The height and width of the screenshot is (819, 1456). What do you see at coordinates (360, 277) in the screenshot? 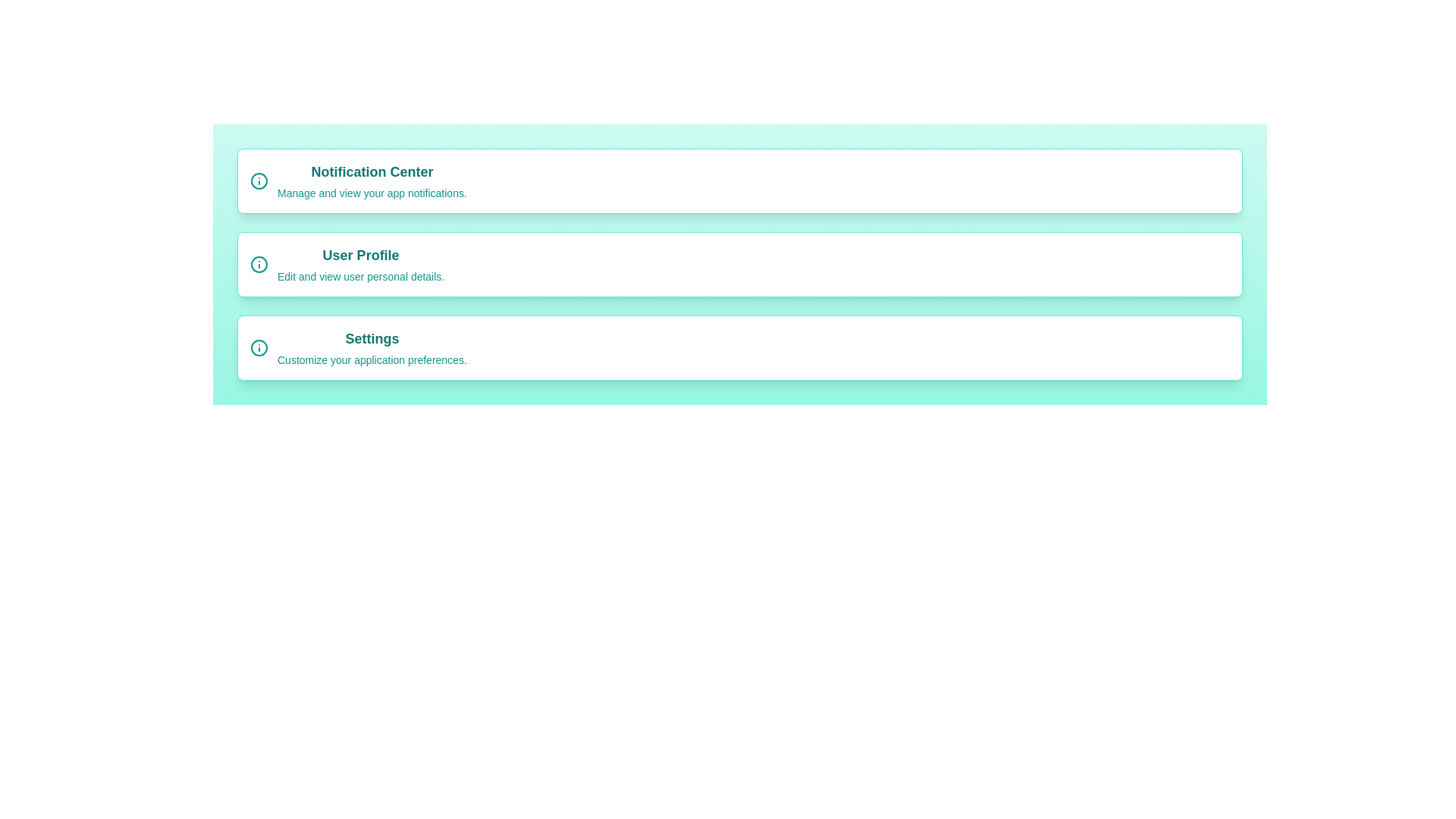
I see `the text label that reads 'Edit and view user personal details.' located under the 'User Profile' section` at bounding box center [360, 277].